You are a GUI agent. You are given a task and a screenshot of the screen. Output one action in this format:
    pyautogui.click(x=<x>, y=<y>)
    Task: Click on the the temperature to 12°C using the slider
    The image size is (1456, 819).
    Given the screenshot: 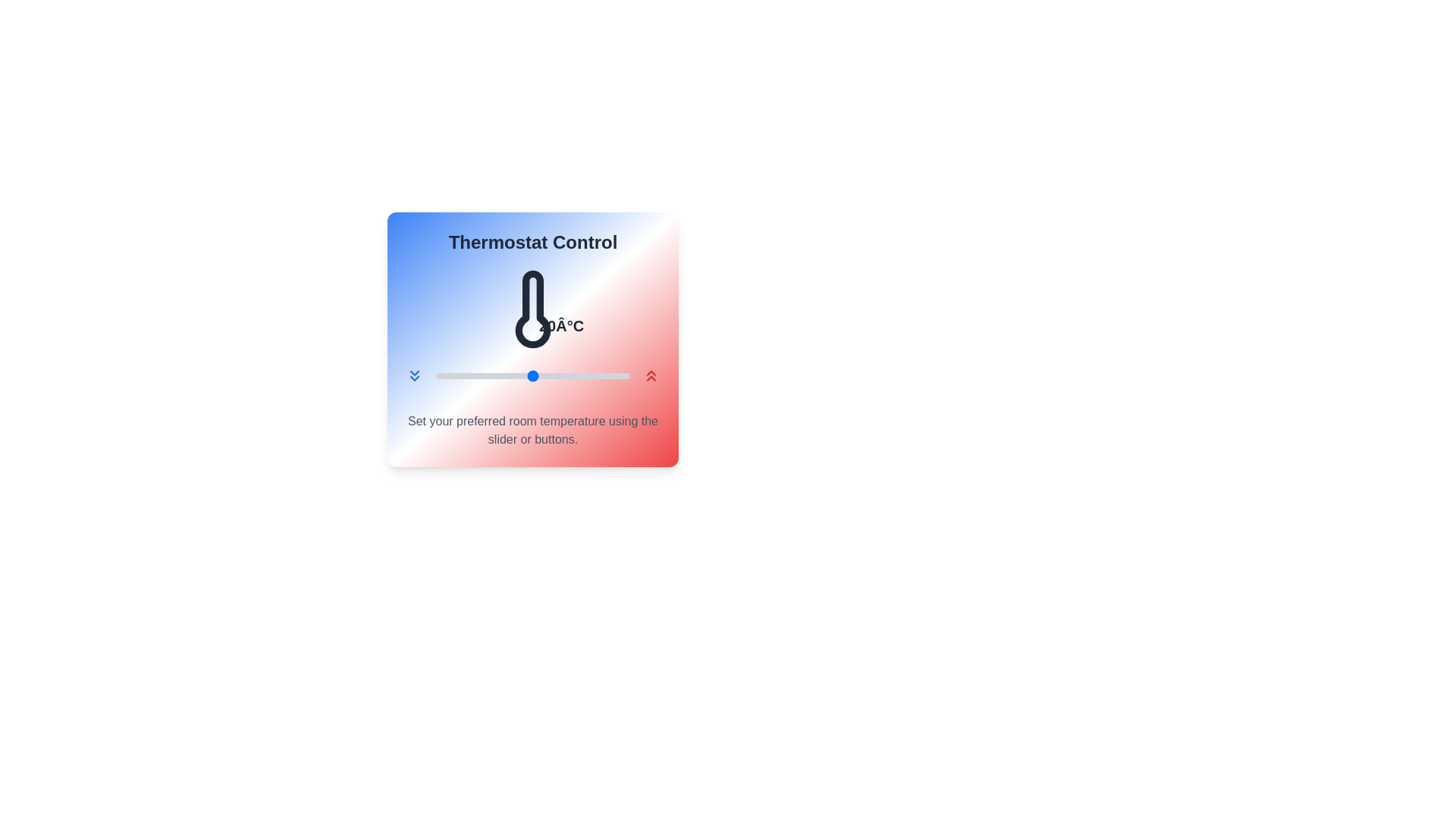 What is the action you would take?
    pyautogui.click(x=454, y=375)
    